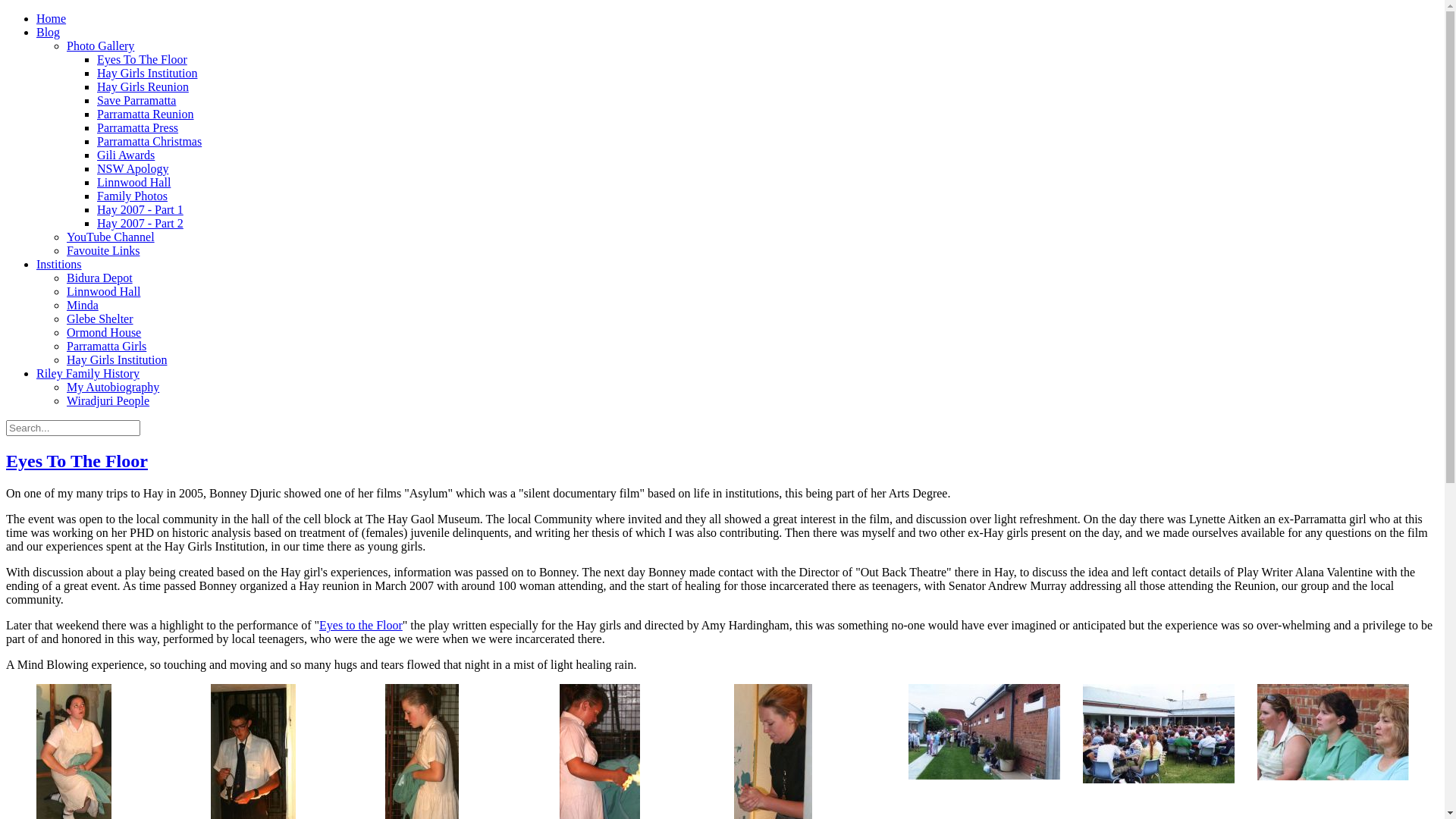 The height and width of the screenshot is (819, 1456). I want to click on 'Parramatta Christmas', so click(149, 141).